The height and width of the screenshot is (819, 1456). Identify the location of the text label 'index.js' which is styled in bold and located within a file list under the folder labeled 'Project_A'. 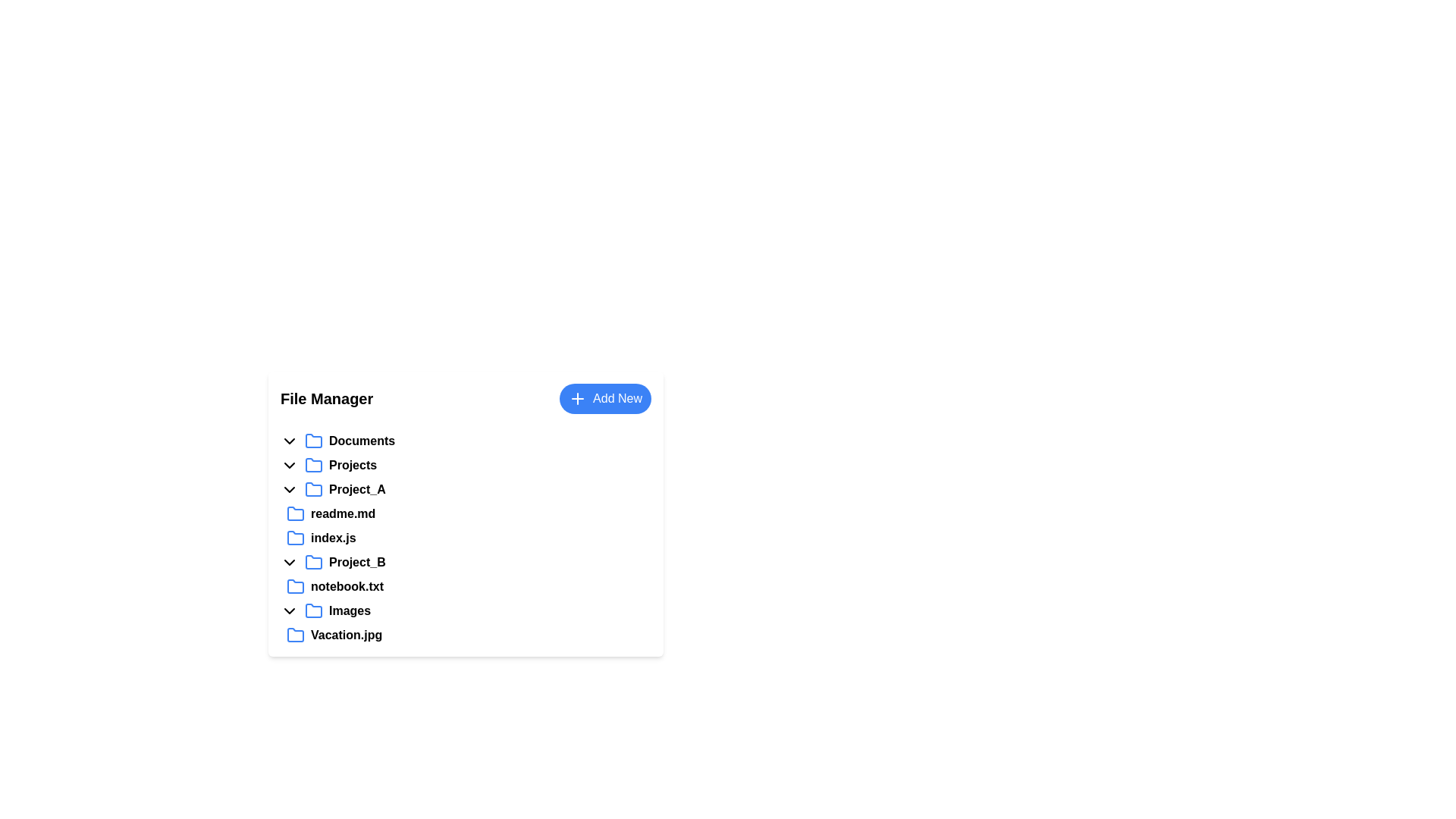
(332, 537).